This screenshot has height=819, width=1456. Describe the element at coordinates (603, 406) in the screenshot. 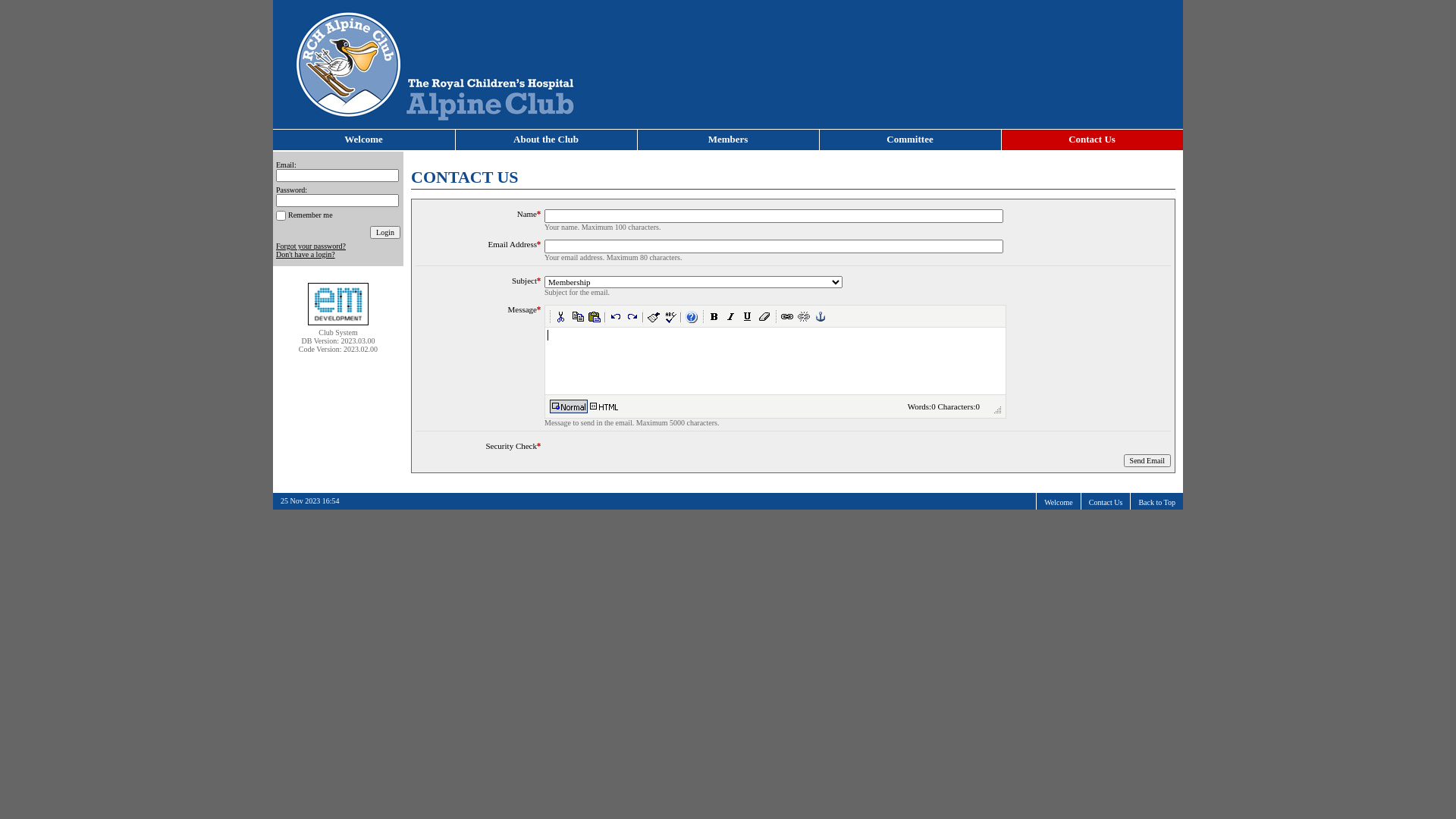

I see `'HTML'` at that location.